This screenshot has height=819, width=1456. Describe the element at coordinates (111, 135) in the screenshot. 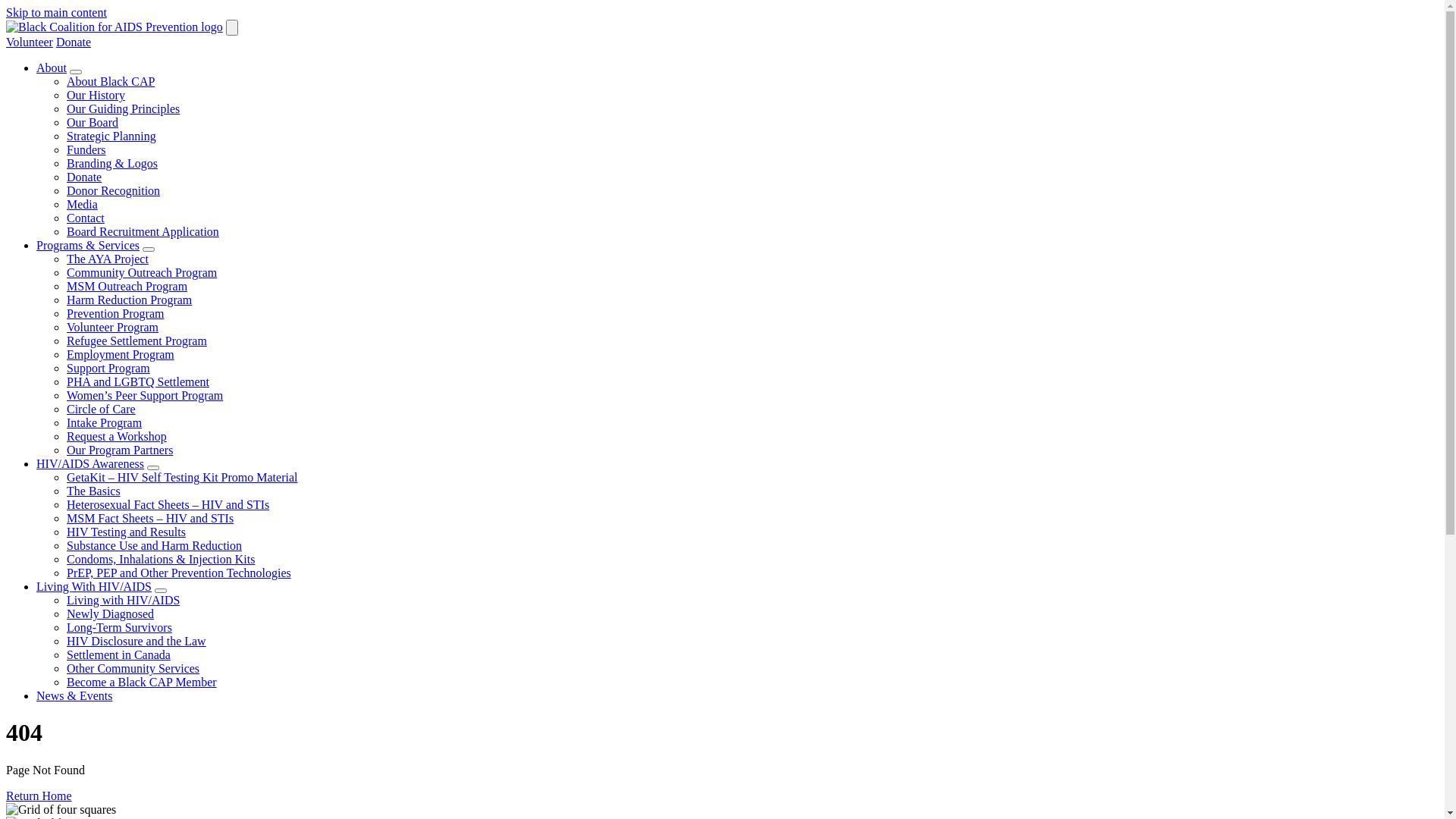

I see `'Strategic Planning'` at that location.